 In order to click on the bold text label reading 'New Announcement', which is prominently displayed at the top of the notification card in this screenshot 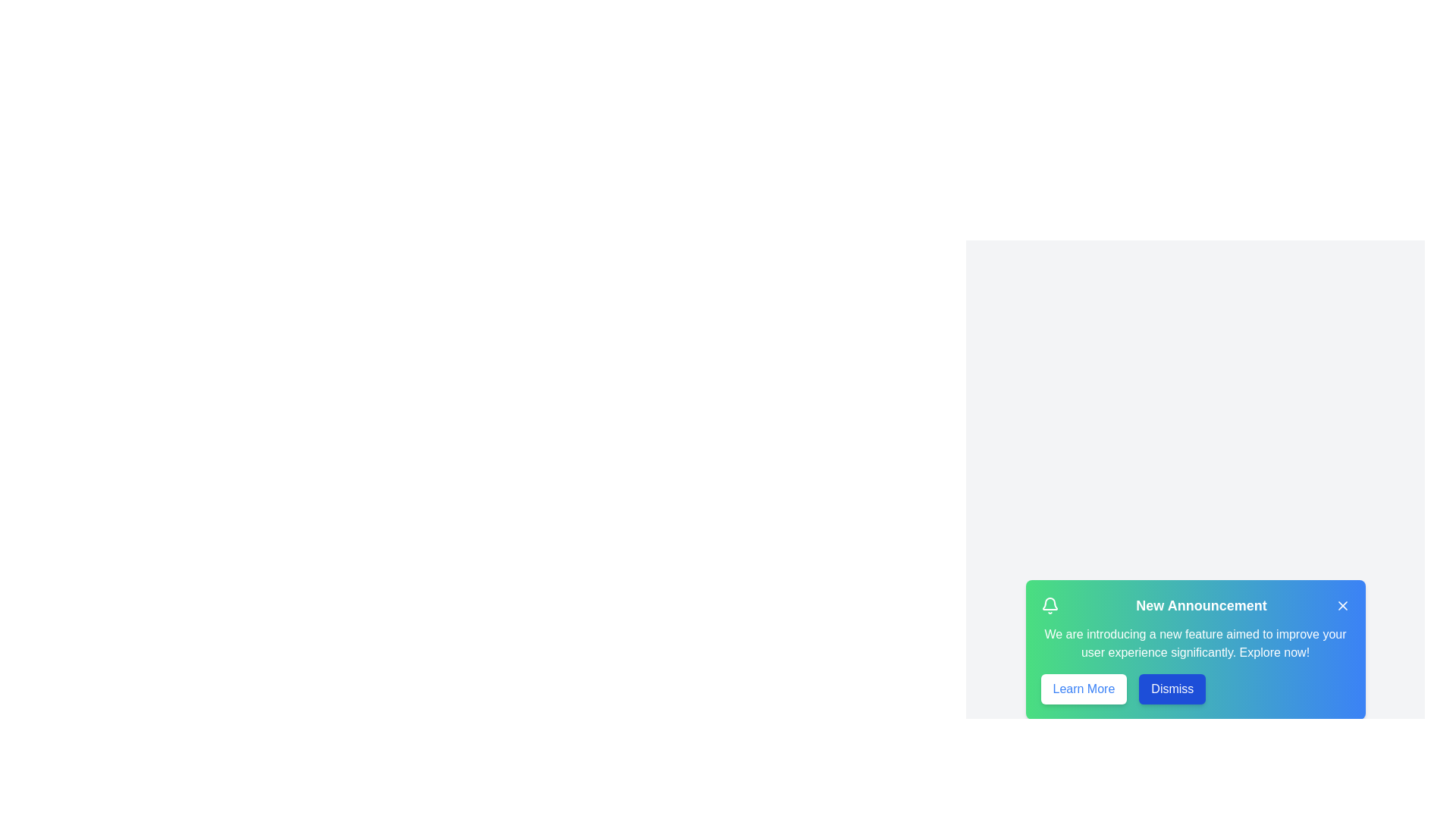, I will do `click(1200, 604)`.